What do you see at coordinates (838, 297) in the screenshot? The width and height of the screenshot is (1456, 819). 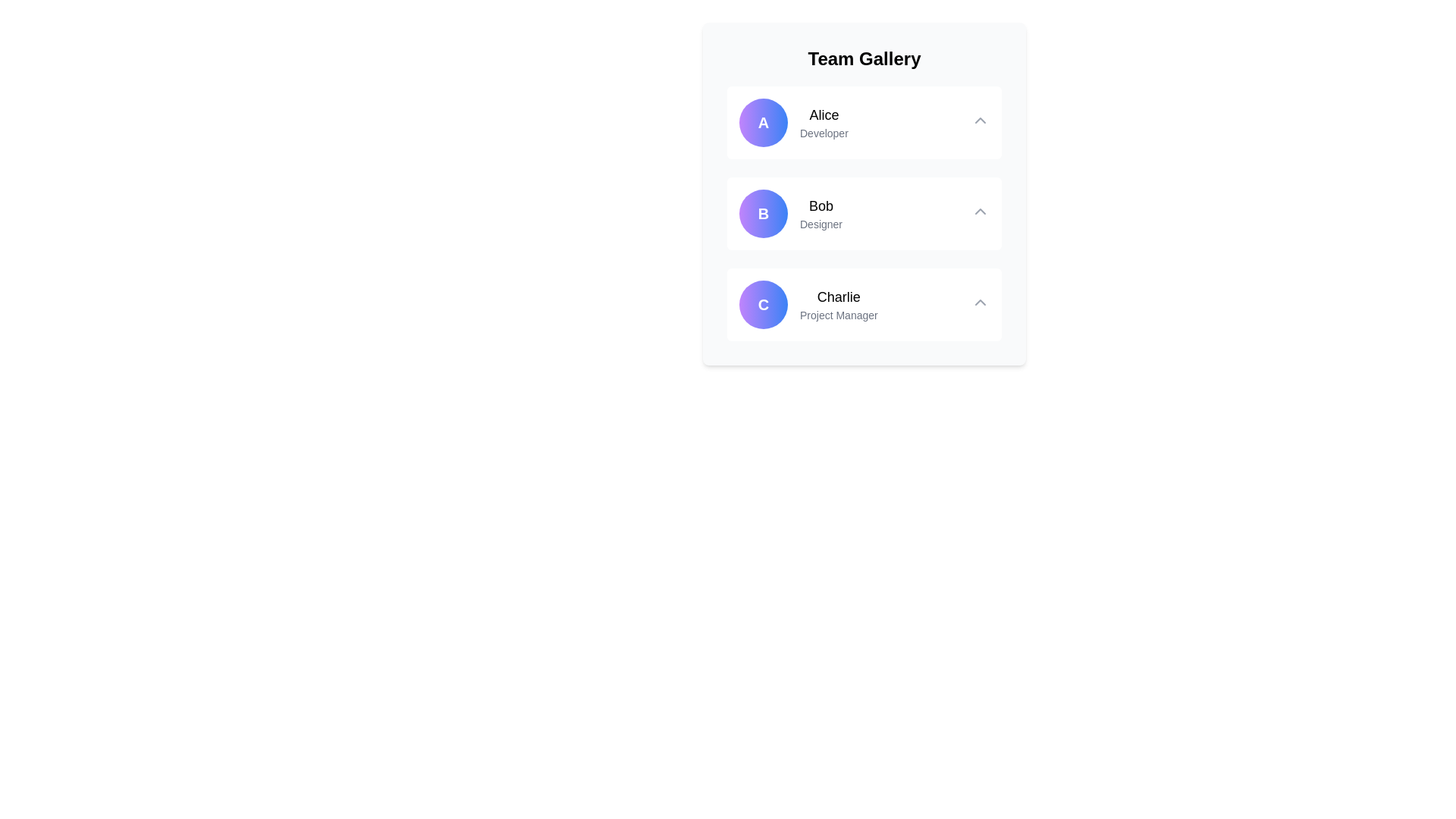 I see `the text element displaying the name 'Charlie', which is in bold font and positioned beside a circular graphic element marked 'C', within the 'Team Gallery' section` at bounding box center [838, 297].